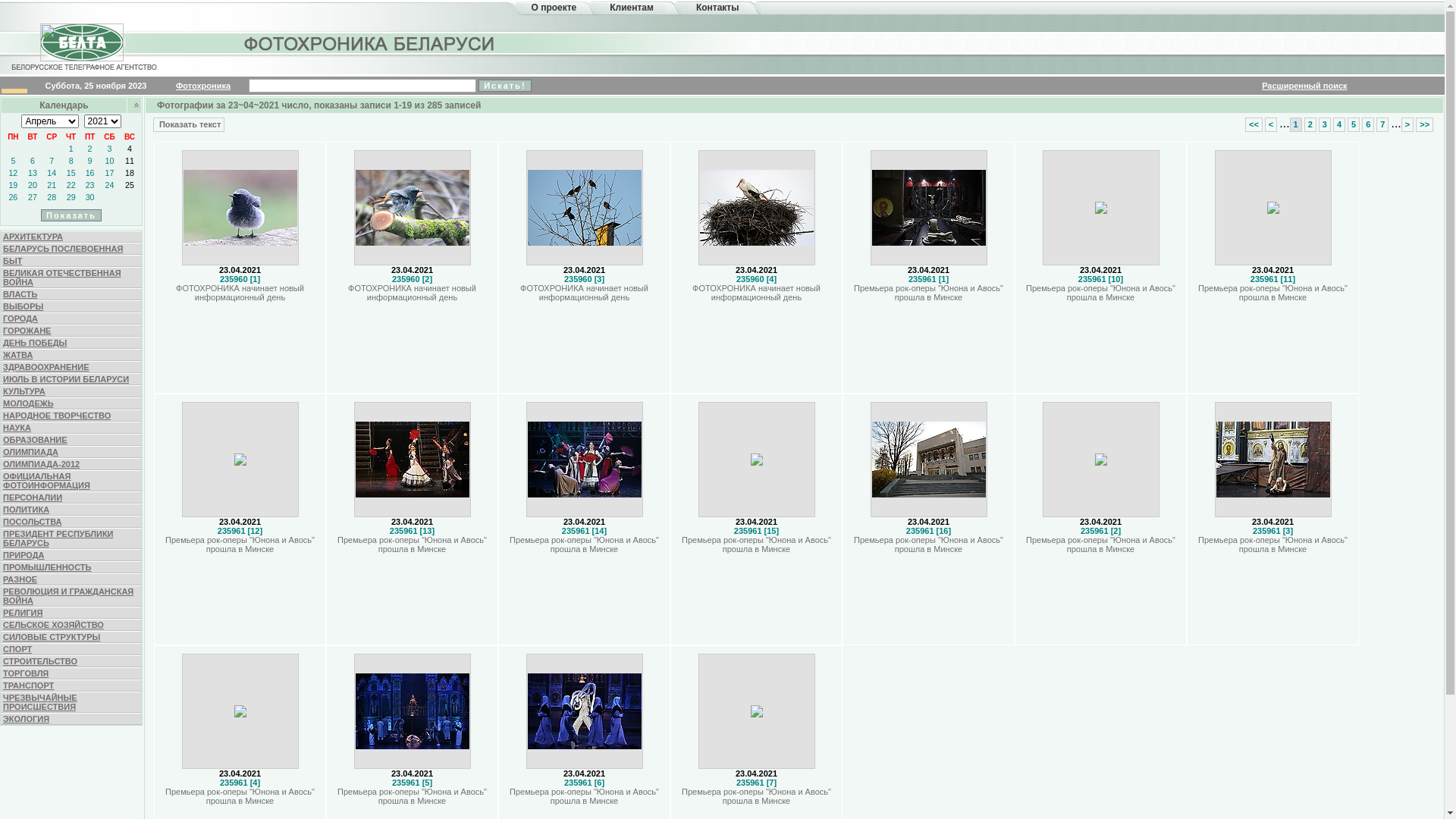 The height and width of the screenshot is (819, 1456). What do you see at coordinates (1339, 123) in the screenshot?
I see `'4'` at bounding box center [1339, 123].